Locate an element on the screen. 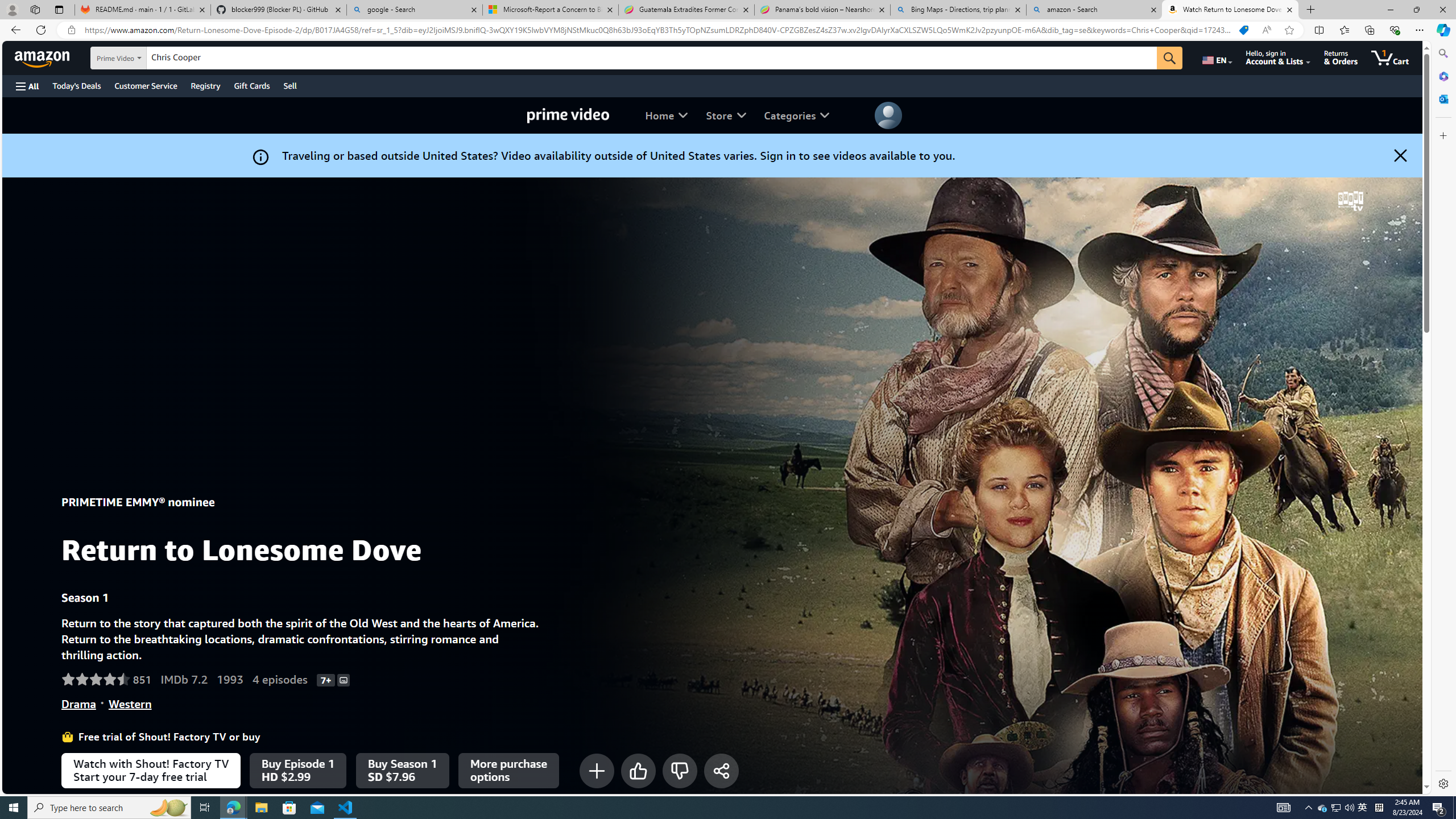 The image size is (1456, 819). 'Today' is located at coordinates (76, 85).